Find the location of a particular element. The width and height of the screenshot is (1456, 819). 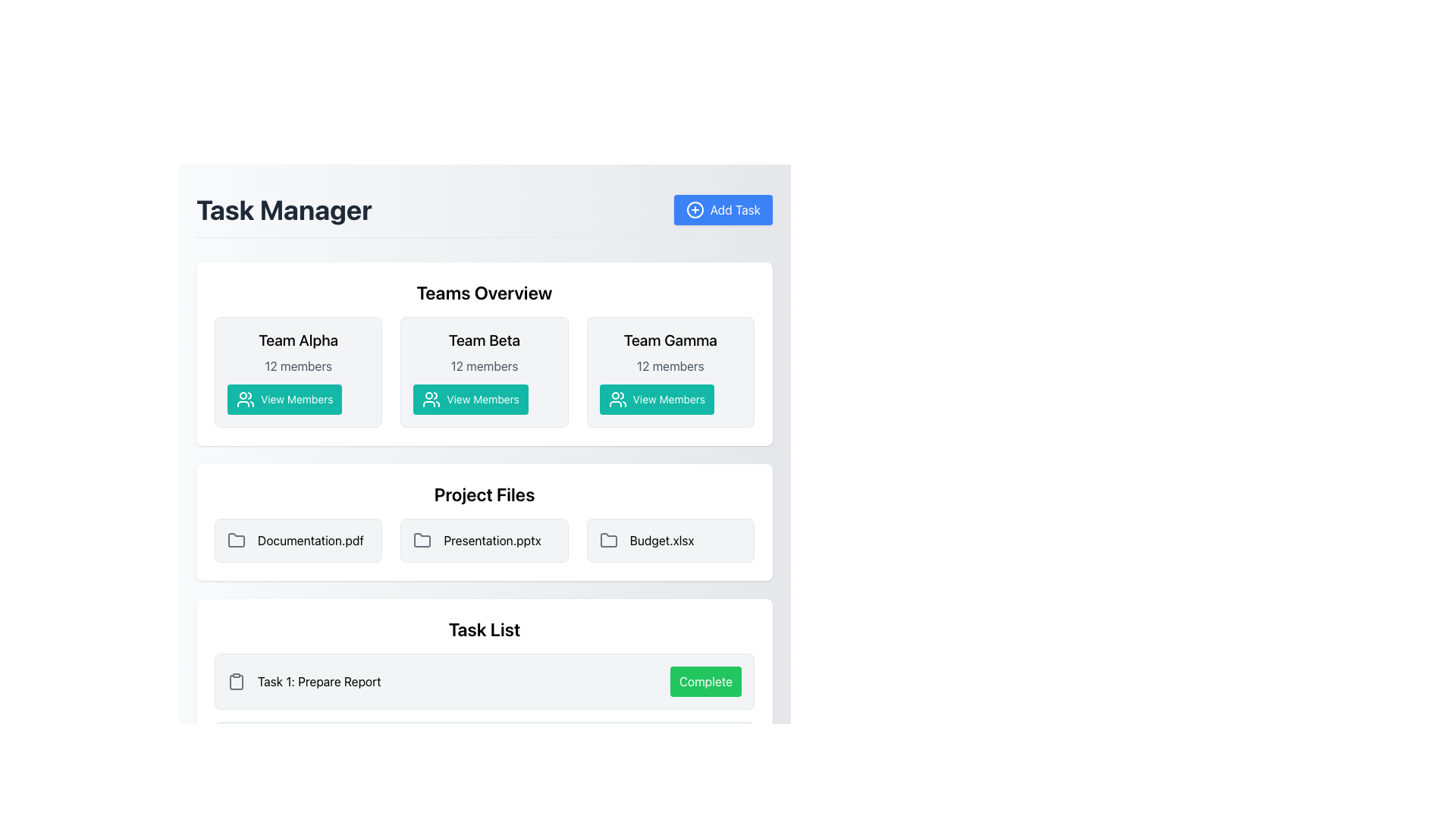

the second file display item labeled 'Presentation.pptx' in the Project Files section to interact with the file is located at coordinates (483, 540).